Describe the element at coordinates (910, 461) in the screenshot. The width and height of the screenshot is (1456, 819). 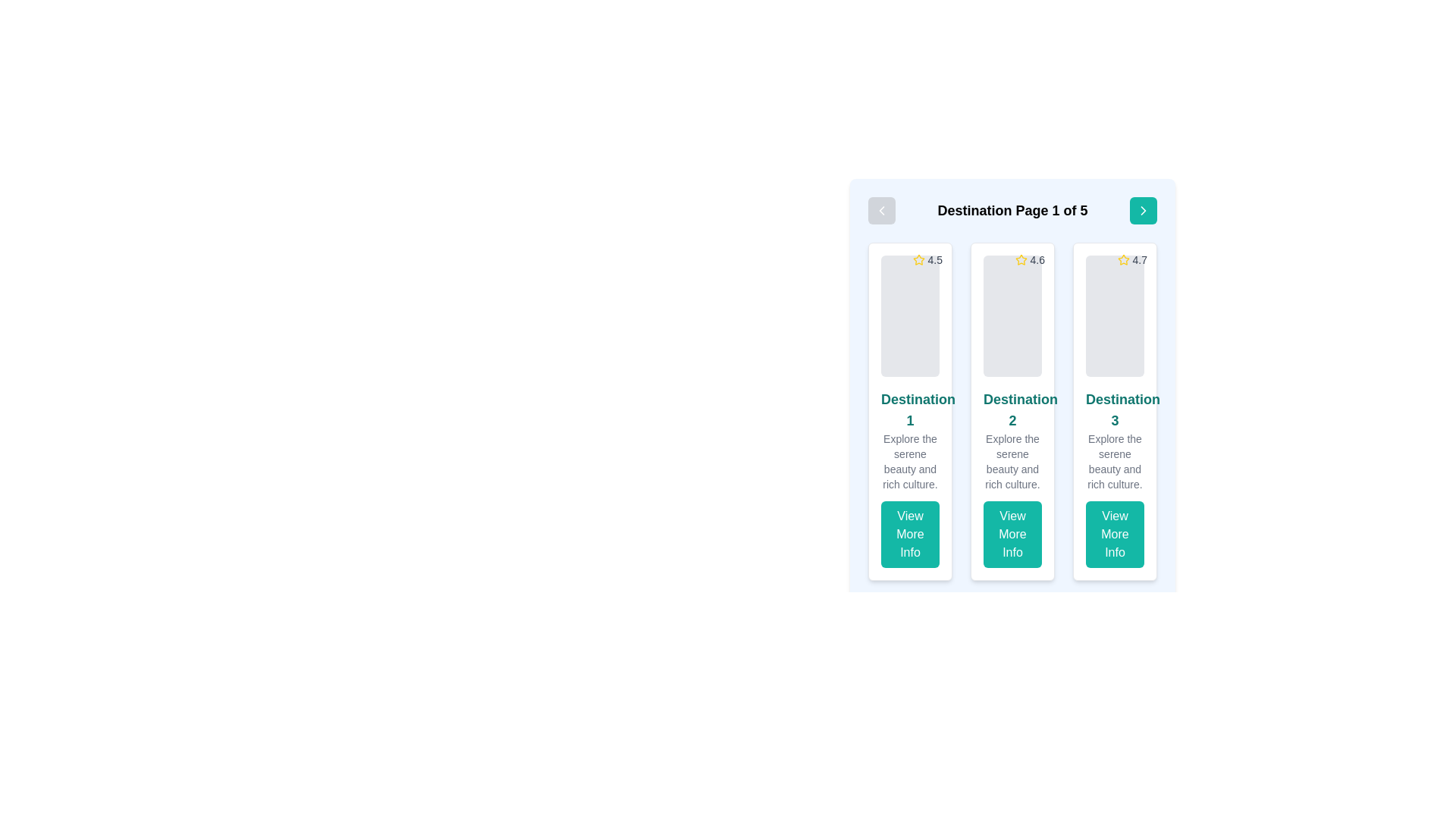
I see `the text paragraph displaying 'Explore the serene beauty and rich culture.' located in the first card below 'Destination 1' and above the 'View More Info' button` at that location.